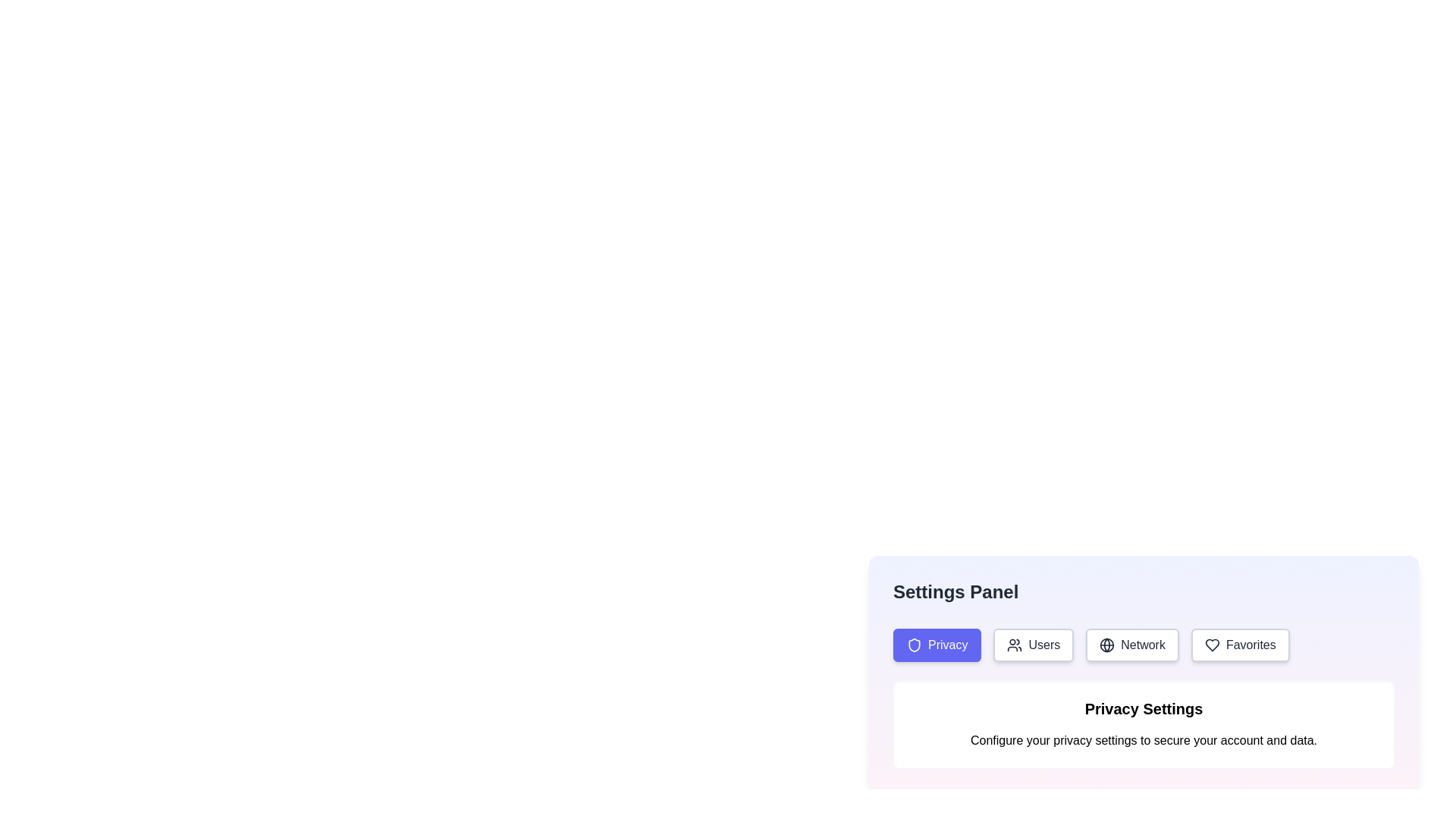 This screenshot has width=1456, height=819. What do you see at coordinates (1132, 645) in the screenshot?
I see `the 'Network' button, which is the third button in a row labeled 'Privacy', 'Users', 'Network', and 'Favorites'` at bounding box center [1132, 645].